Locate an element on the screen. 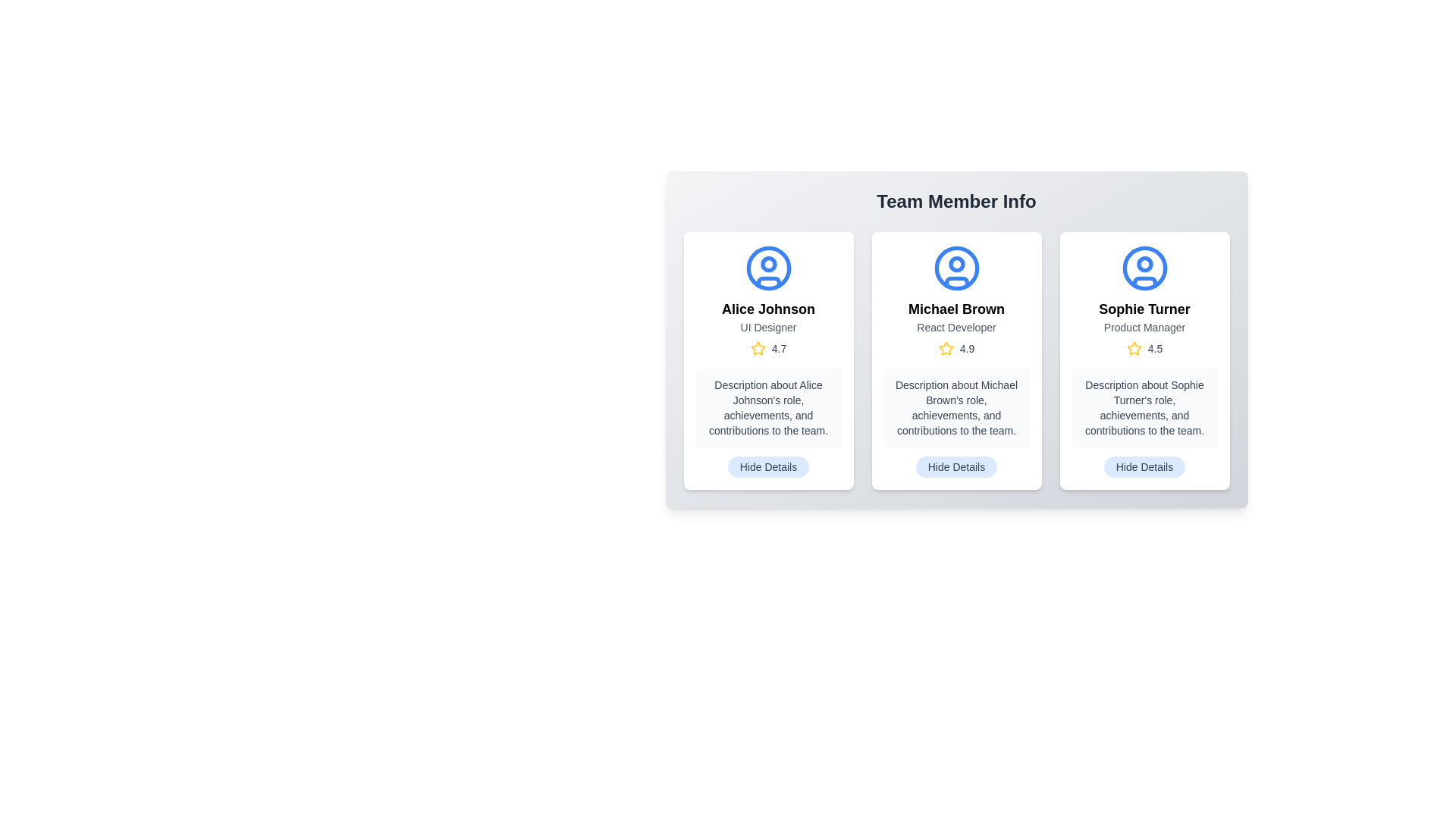 The image size is (1456, 819). rating score '4.7' displayed alongside the star icon in the rating display for 'Alice Johnson', positioned below the designation 'UI Designer' is located at coordinates (768, 348).